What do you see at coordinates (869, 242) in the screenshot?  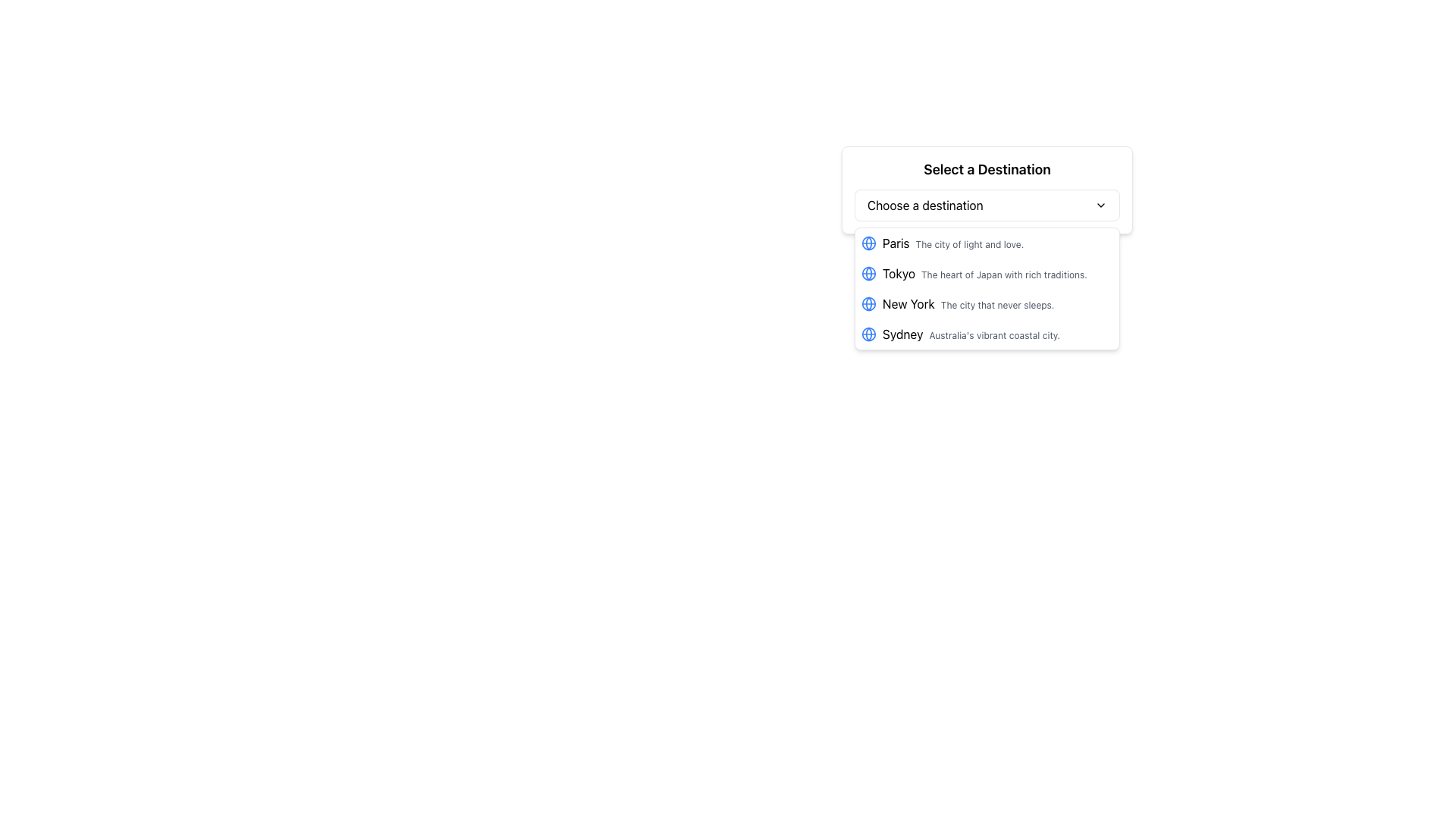 I see `the globe icon associated with the 'Paris' destination in the dropdown list` at bounding box center [869, 242].